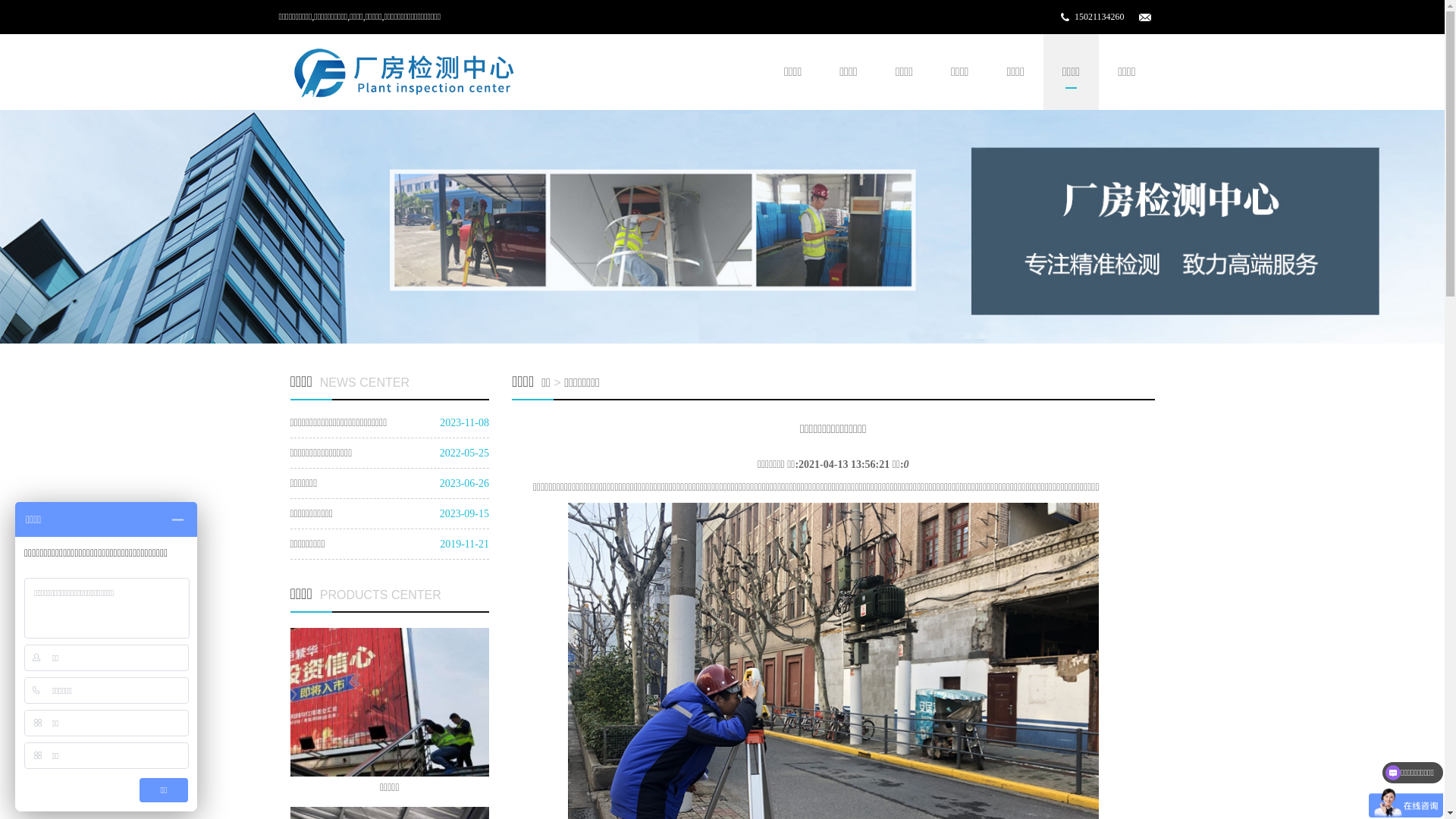 The image size is (1456, 819). What do you see at coordinates (1099, 17) in the screenshot?
I see `'15021134260'` at bounding box center [1099, 17].